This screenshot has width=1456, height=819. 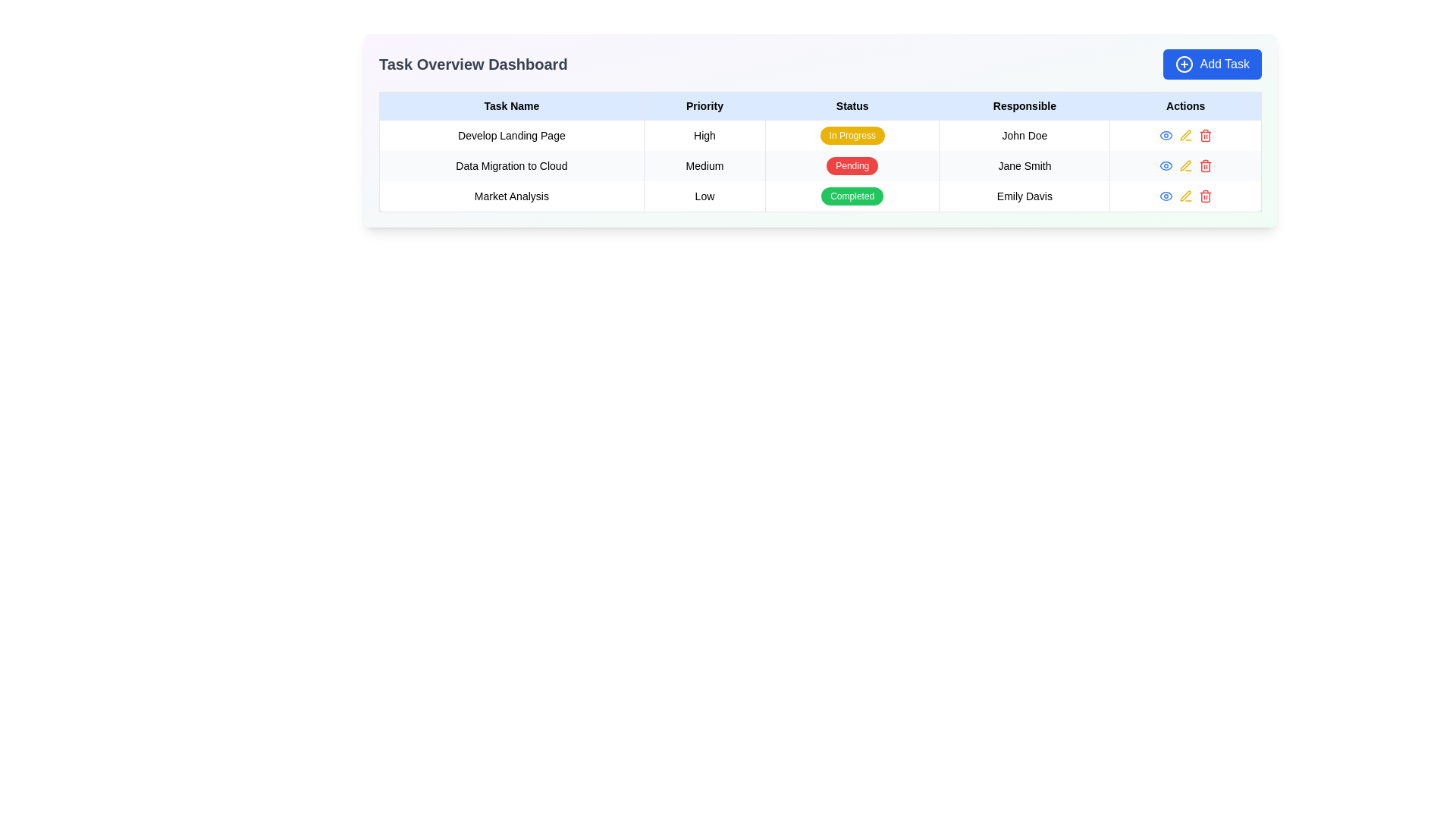 I want to click on the yellow pen icon button in the 'Actions' column, specifically the second position, so click(x=1185, y=134).